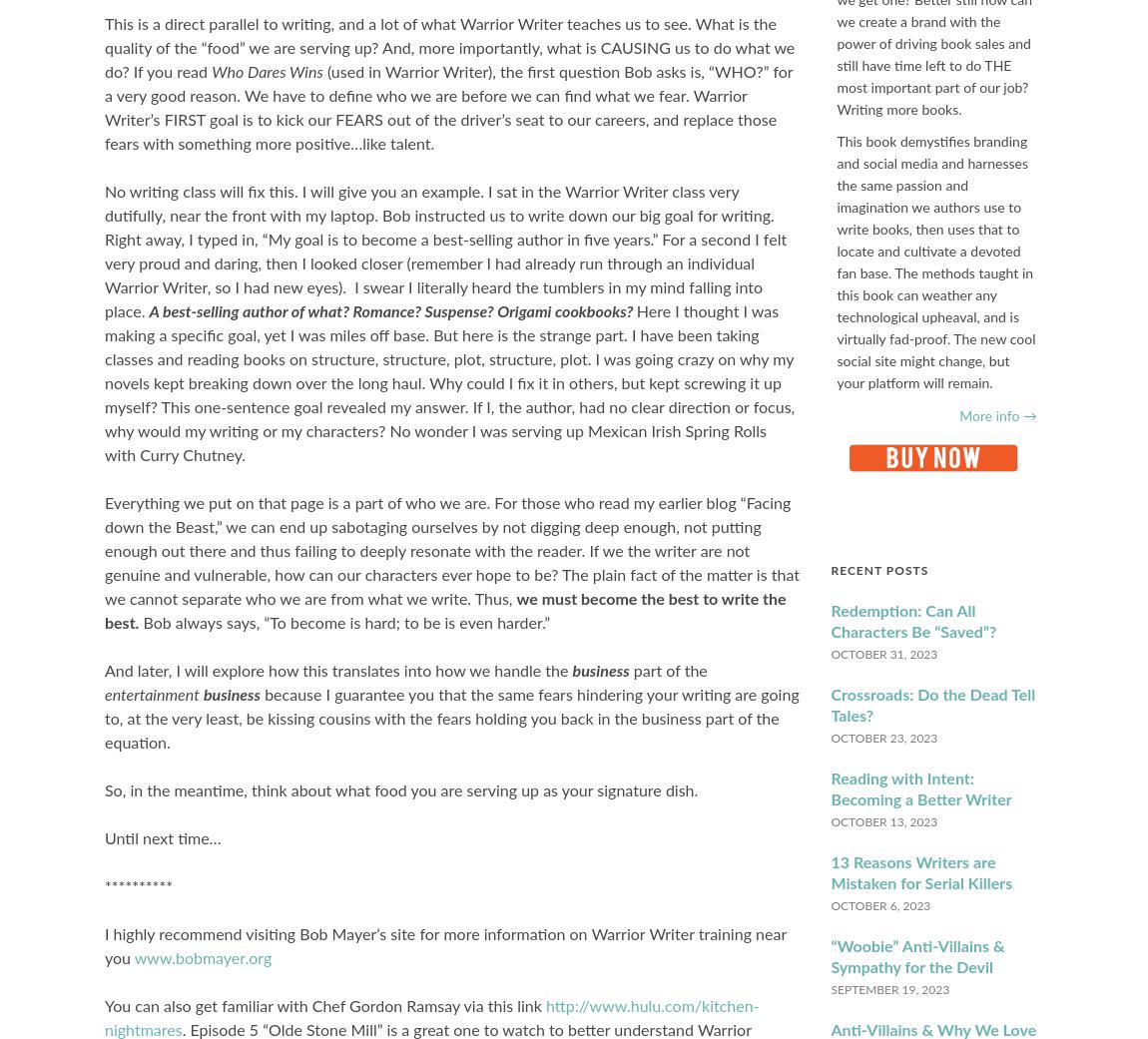 Image resolution: width=1148 pixels, height=1039 pixels. Describe the element at coordinates (916, 956) in the screenshot. I see `'“Woobie” Anti-Villains & Sympathy for the Devil'` at that location.